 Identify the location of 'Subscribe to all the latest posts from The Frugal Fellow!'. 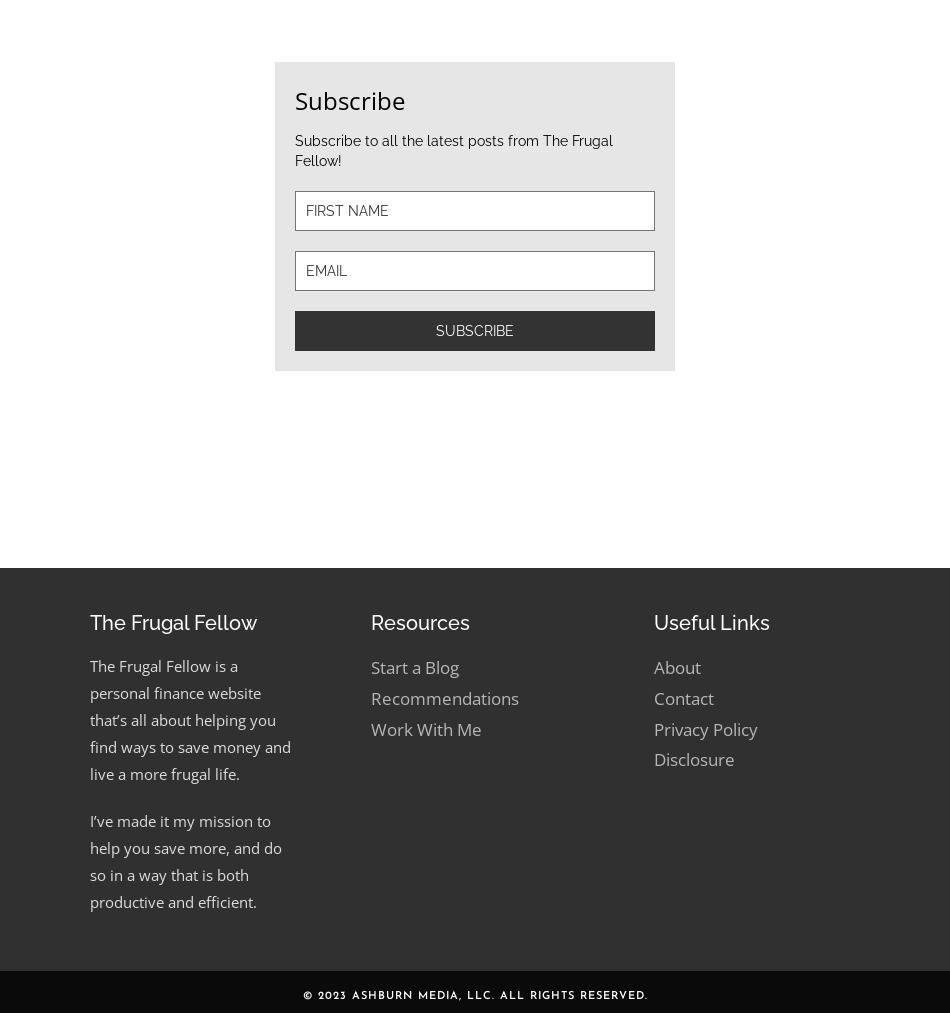
(453, 712).